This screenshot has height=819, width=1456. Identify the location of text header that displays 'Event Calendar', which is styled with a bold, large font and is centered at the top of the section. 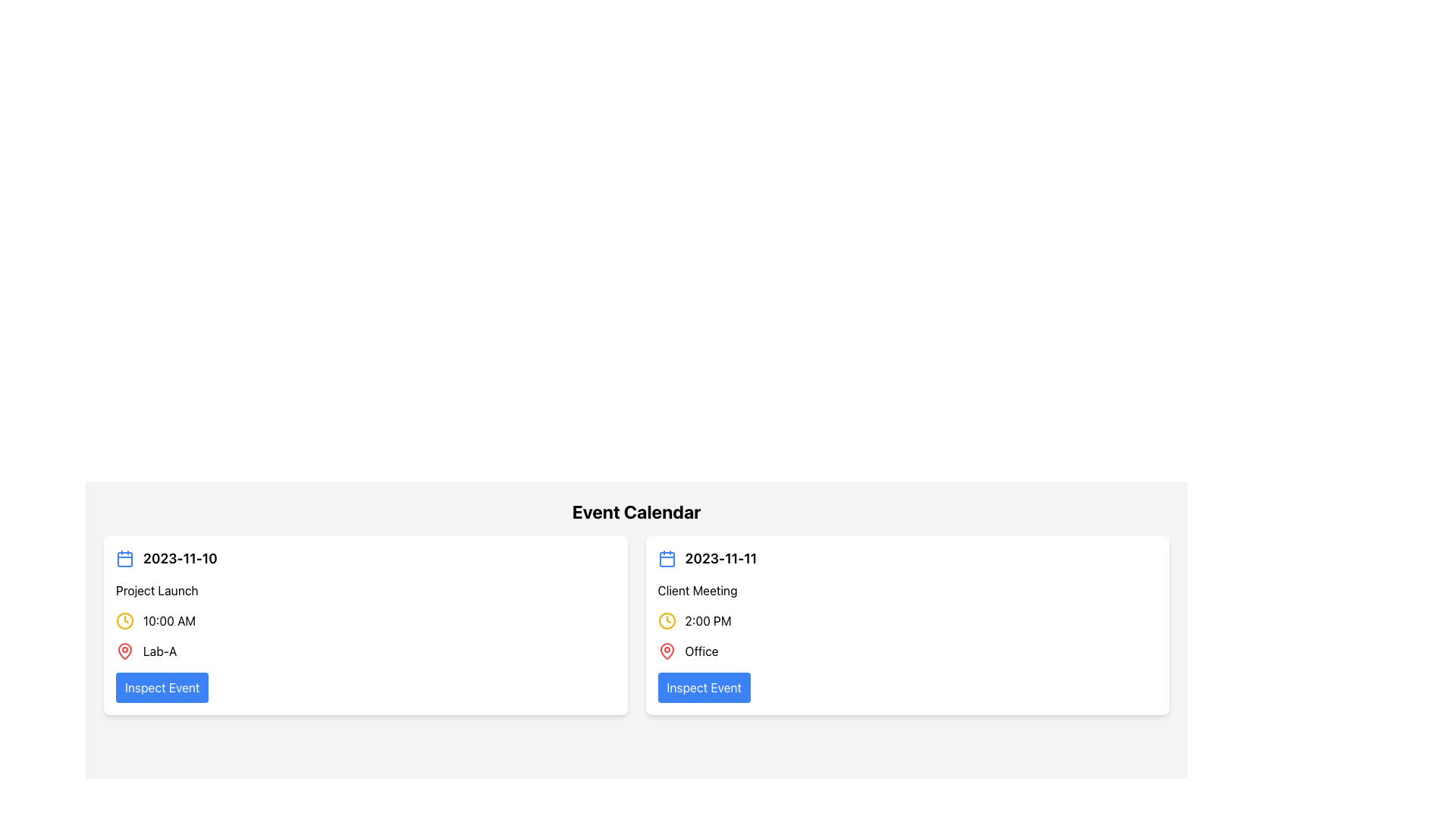
(636, 512).